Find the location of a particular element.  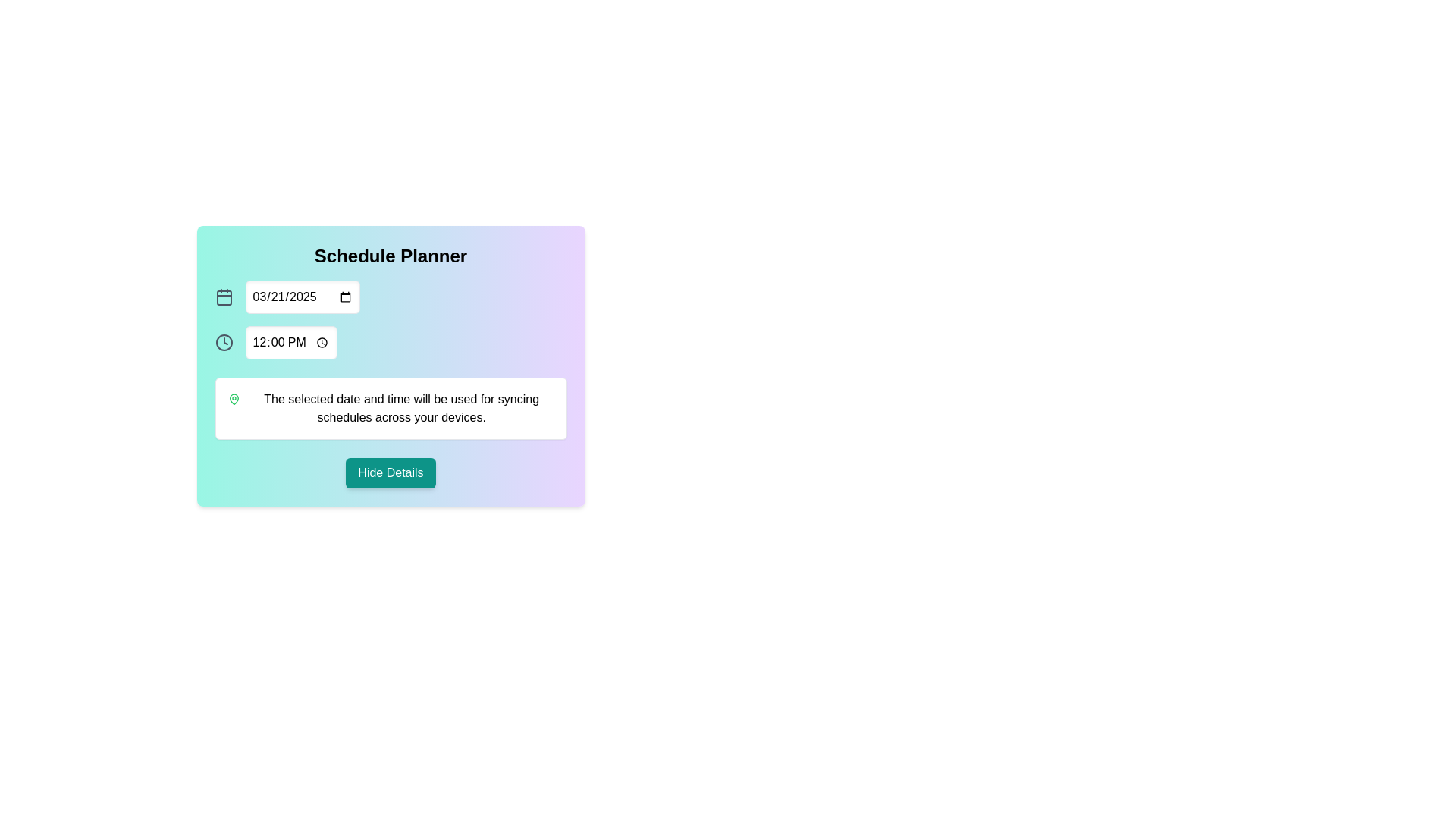

the button with a teal background and white text that reads 'Hide Details' to observe the hover effect is located at coordinates (391, 472).